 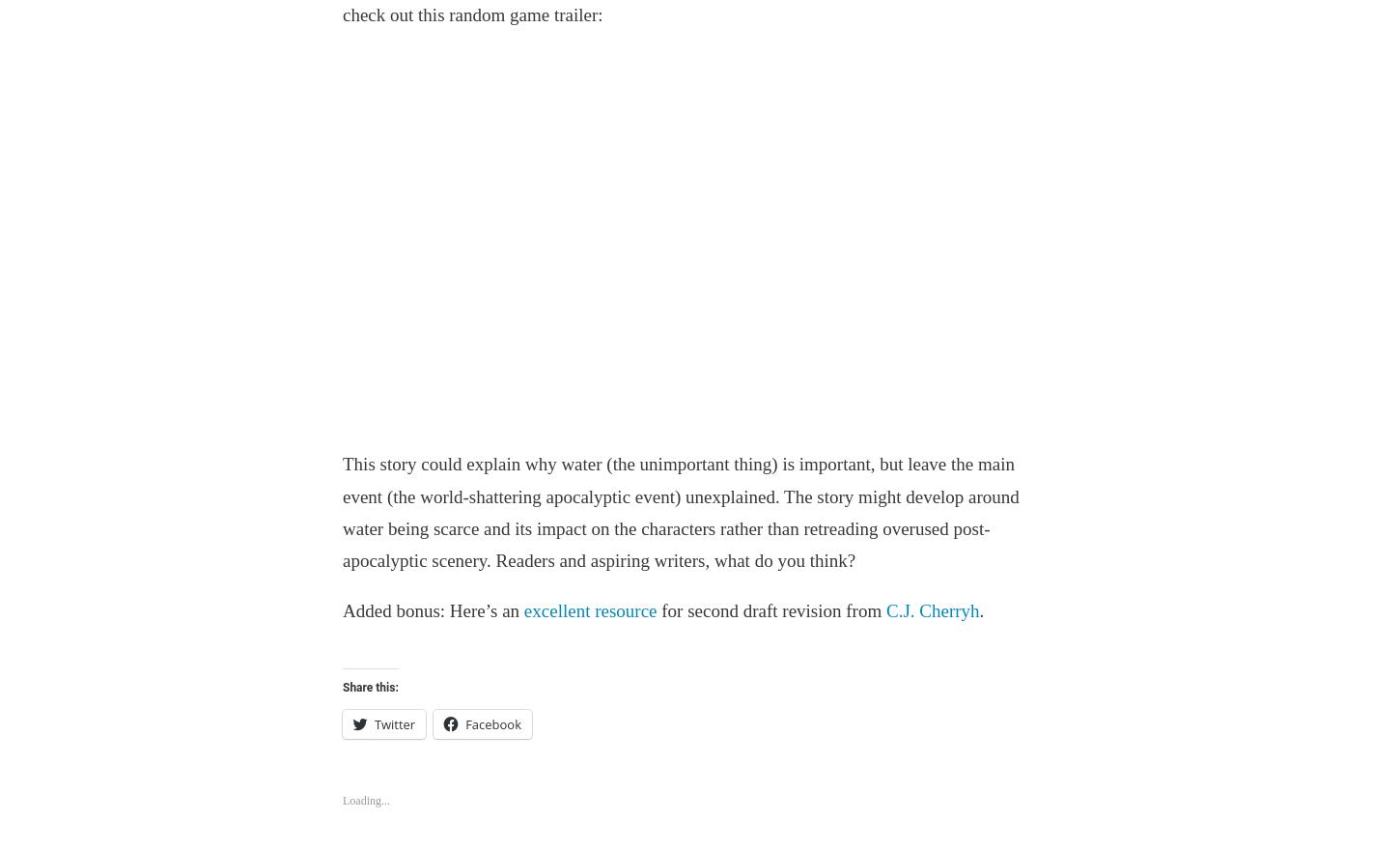 What do you see at coordinates (492, 722) in the screenshot?
I see `'Facebook'` at bounding box center [492, 722].